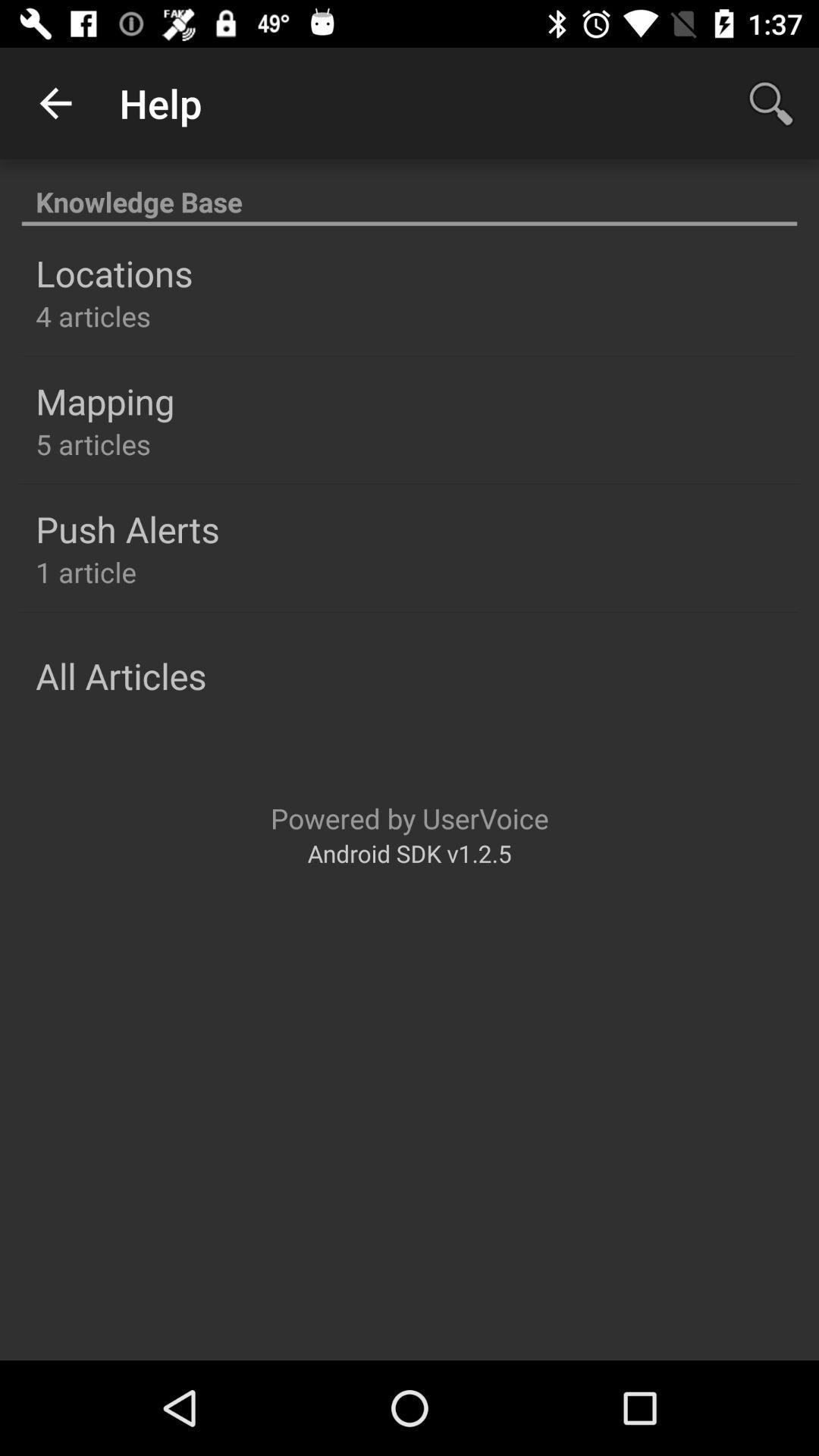  What do you see at coordinates (120, 675) in the screenshot?
I see `the all articles icon` at bounding box center [120, 675].